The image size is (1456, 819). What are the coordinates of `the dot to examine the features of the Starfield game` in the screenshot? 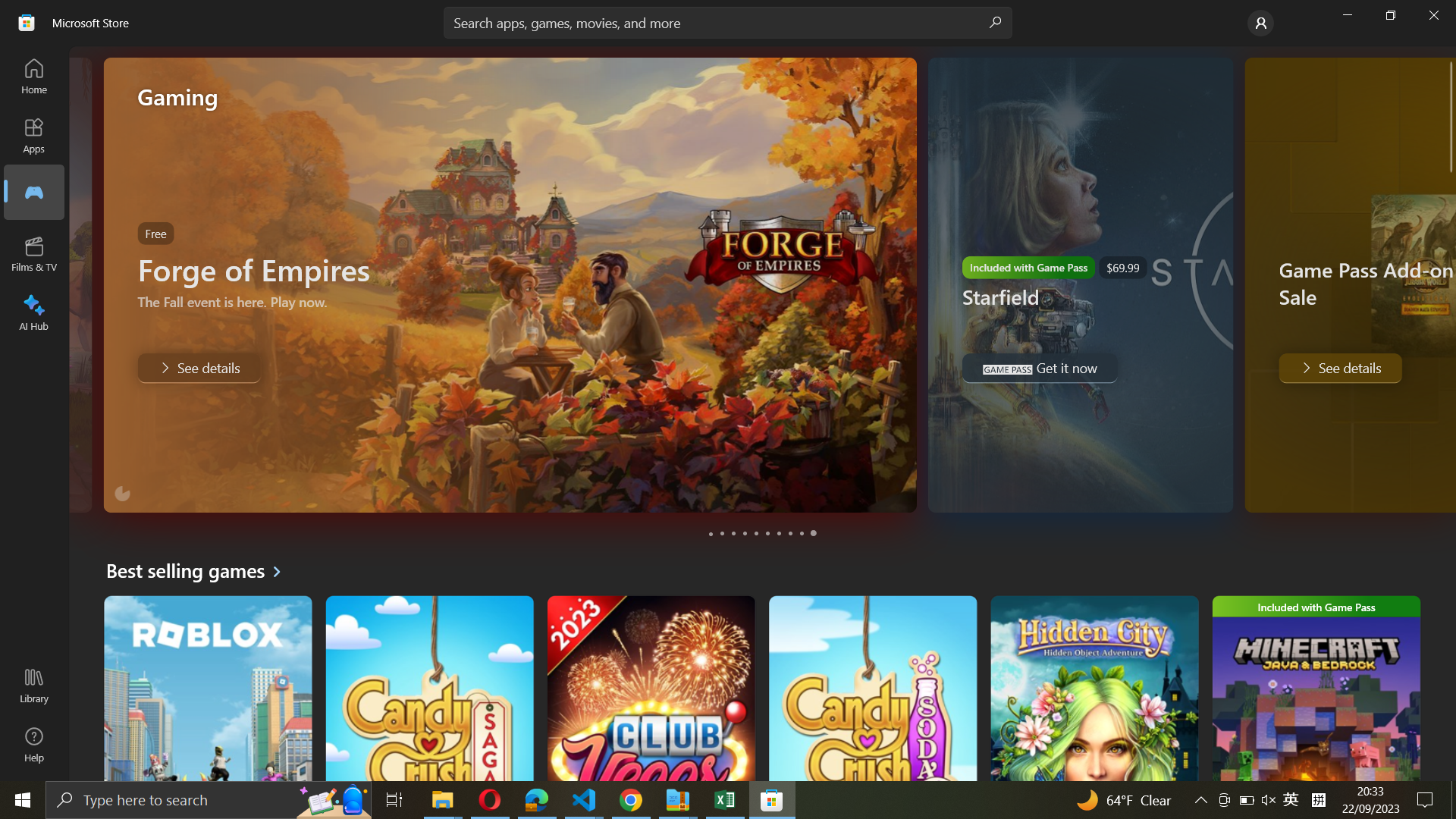 It's located at (722, 533).